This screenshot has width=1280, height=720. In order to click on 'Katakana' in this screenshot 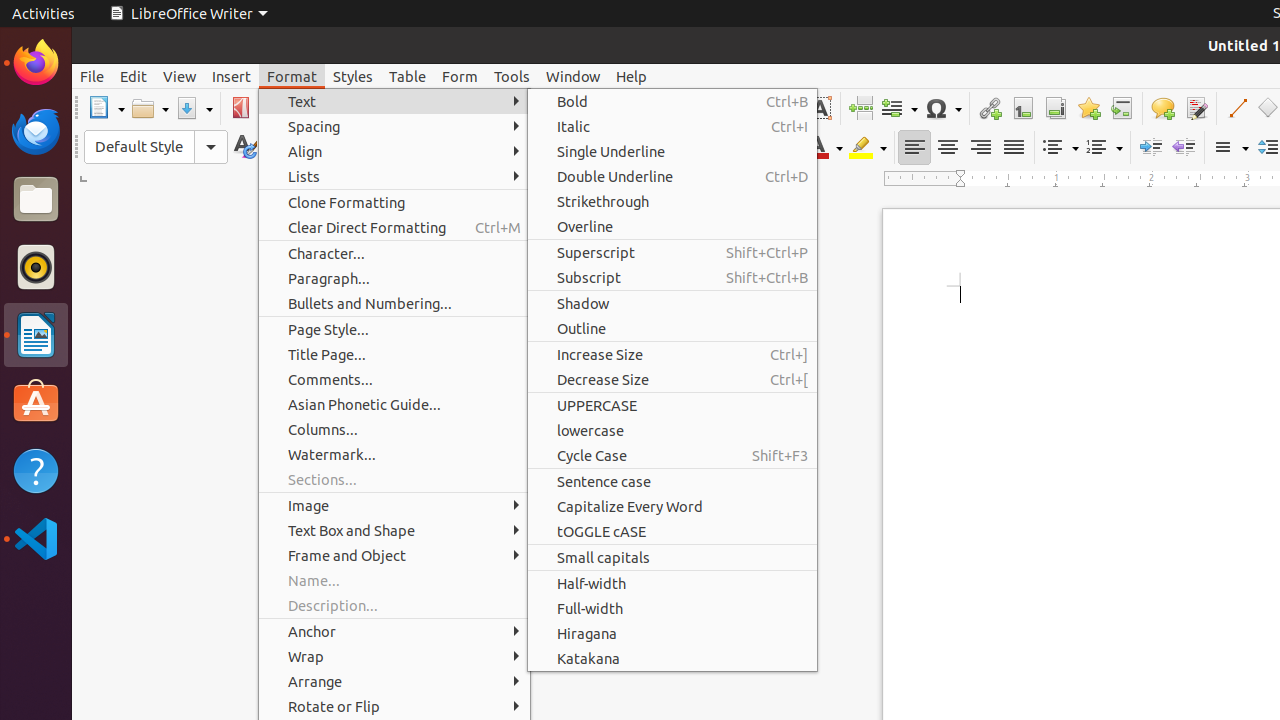, I will do `click(672, 658)`.